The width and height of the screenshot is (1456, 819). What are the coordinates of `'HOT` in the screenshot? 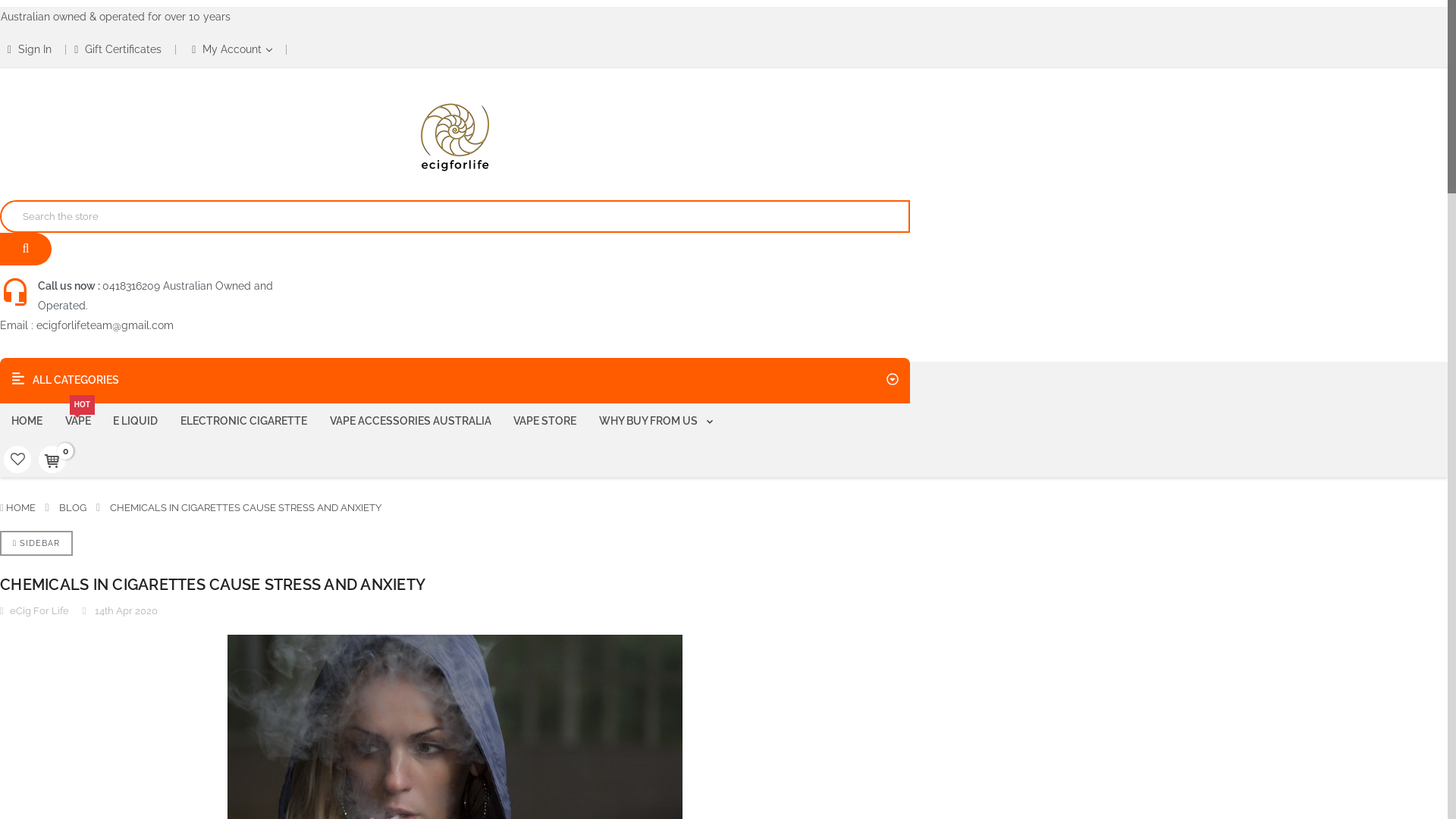 It's located at (77, 421).